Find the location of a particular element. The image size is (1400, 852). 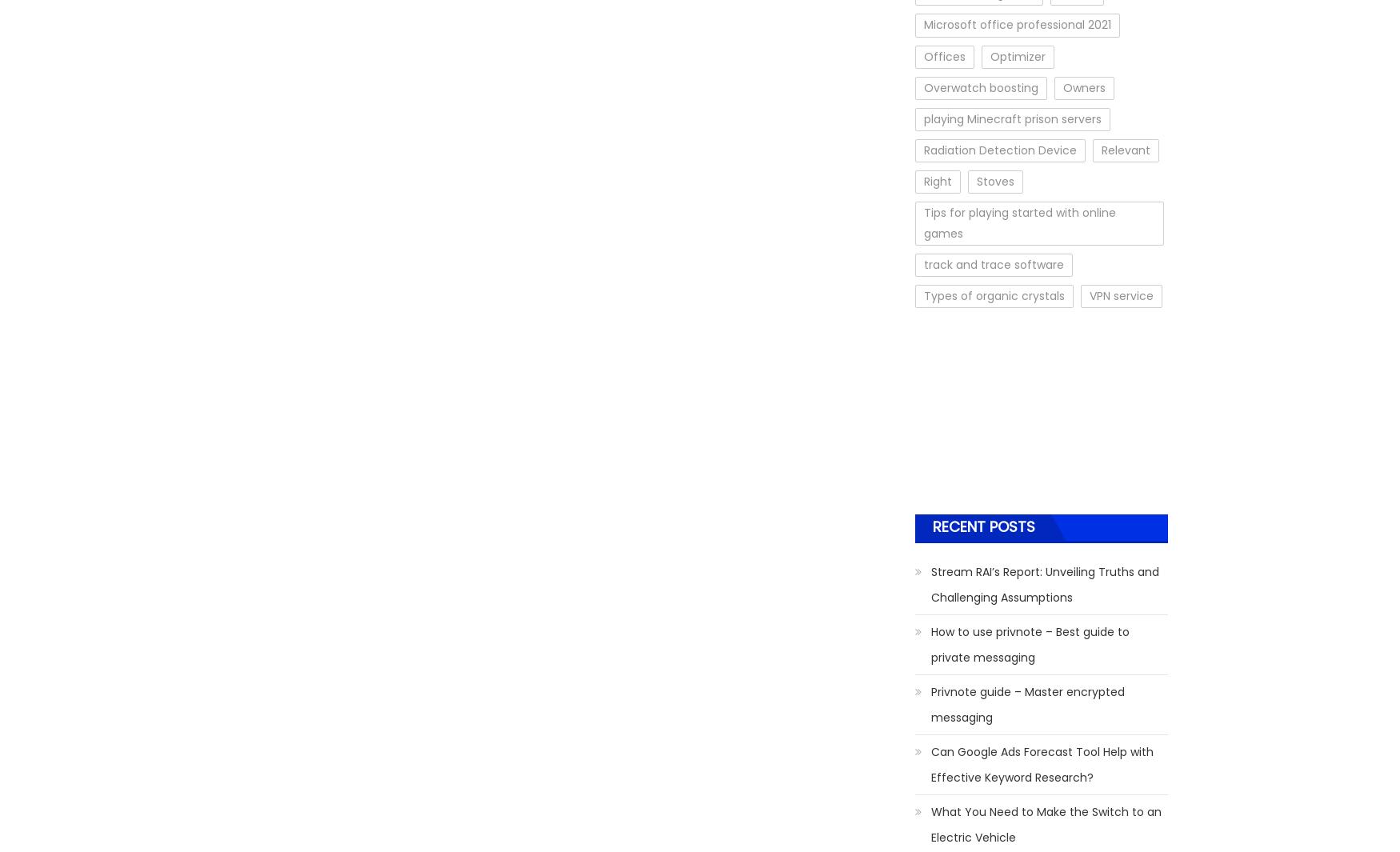

'Tips for playing started with online games' is located at coordinates (923, 222).